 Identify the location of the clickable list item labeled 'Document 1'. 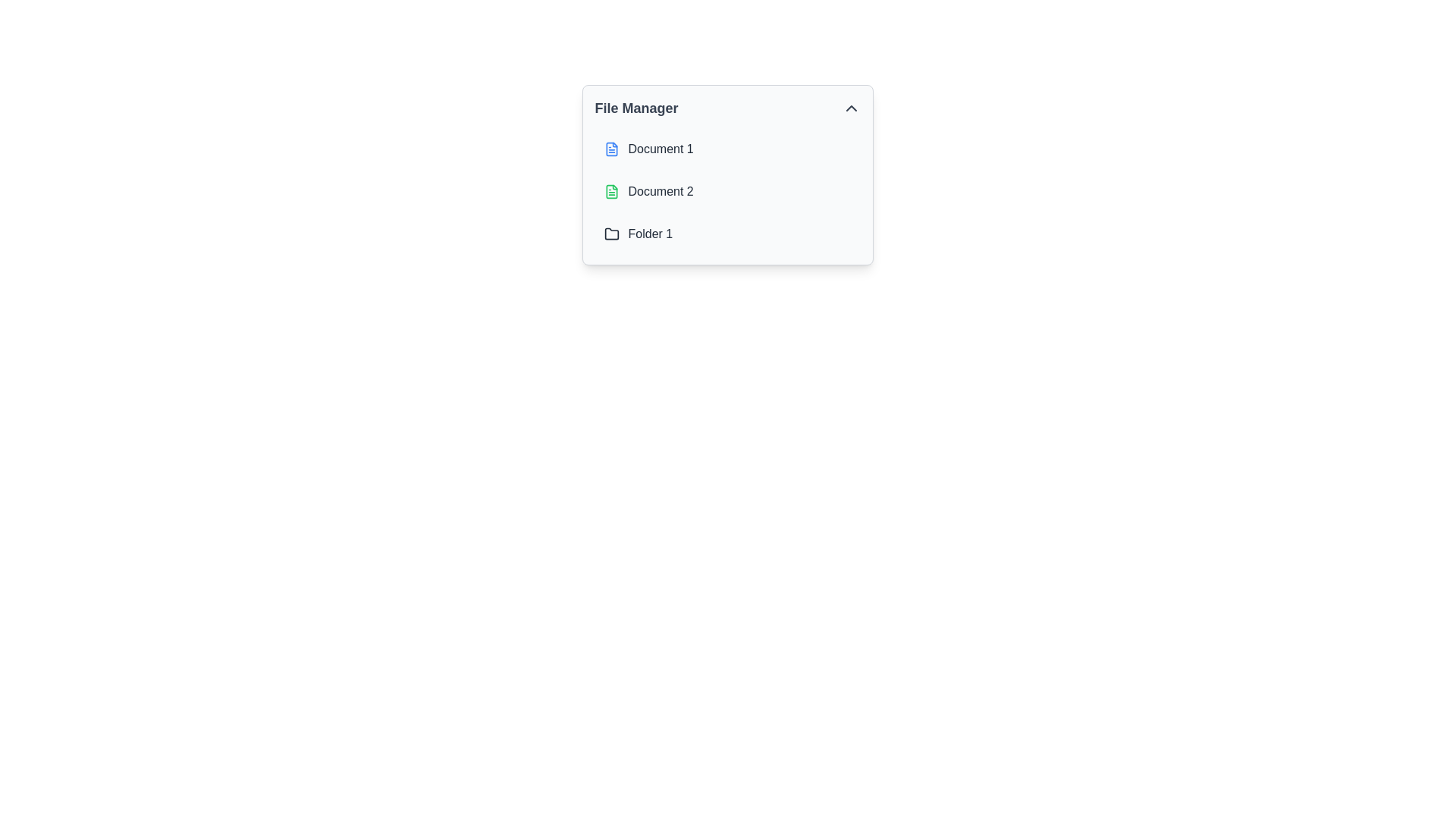
(726, 149).